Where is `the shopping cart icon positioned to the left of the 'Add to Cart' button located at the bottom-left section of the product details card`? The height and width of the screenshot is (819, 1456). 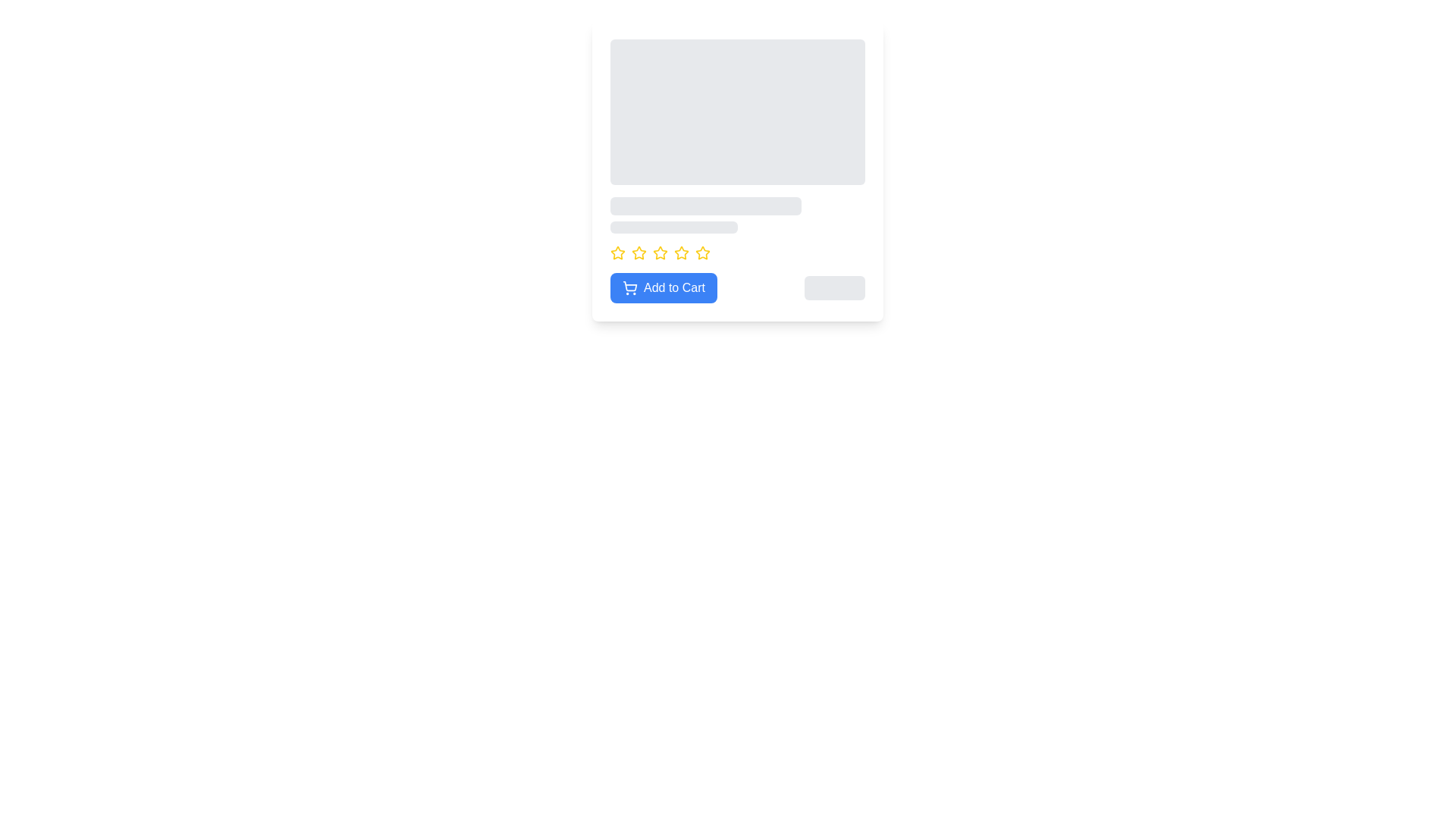 the shopping cart icon positioned to the left of the 'Add to Cart' button located at the bottom-left section of the product details card is located at coordinates (629, 288).